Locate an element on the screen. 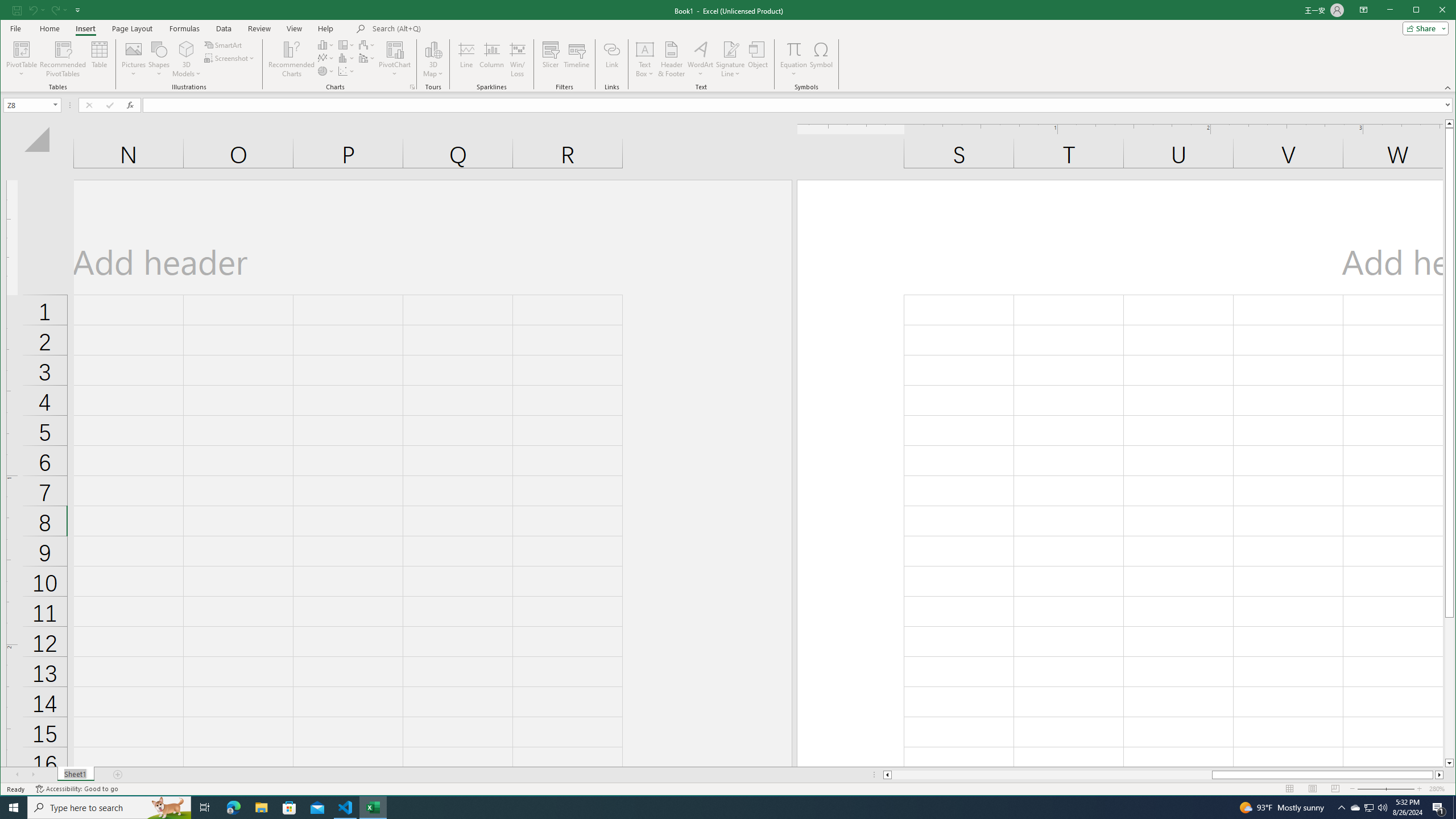 This screenshot has height=819, width=1456. 'Column right' is located at coordinates (1440, 775).